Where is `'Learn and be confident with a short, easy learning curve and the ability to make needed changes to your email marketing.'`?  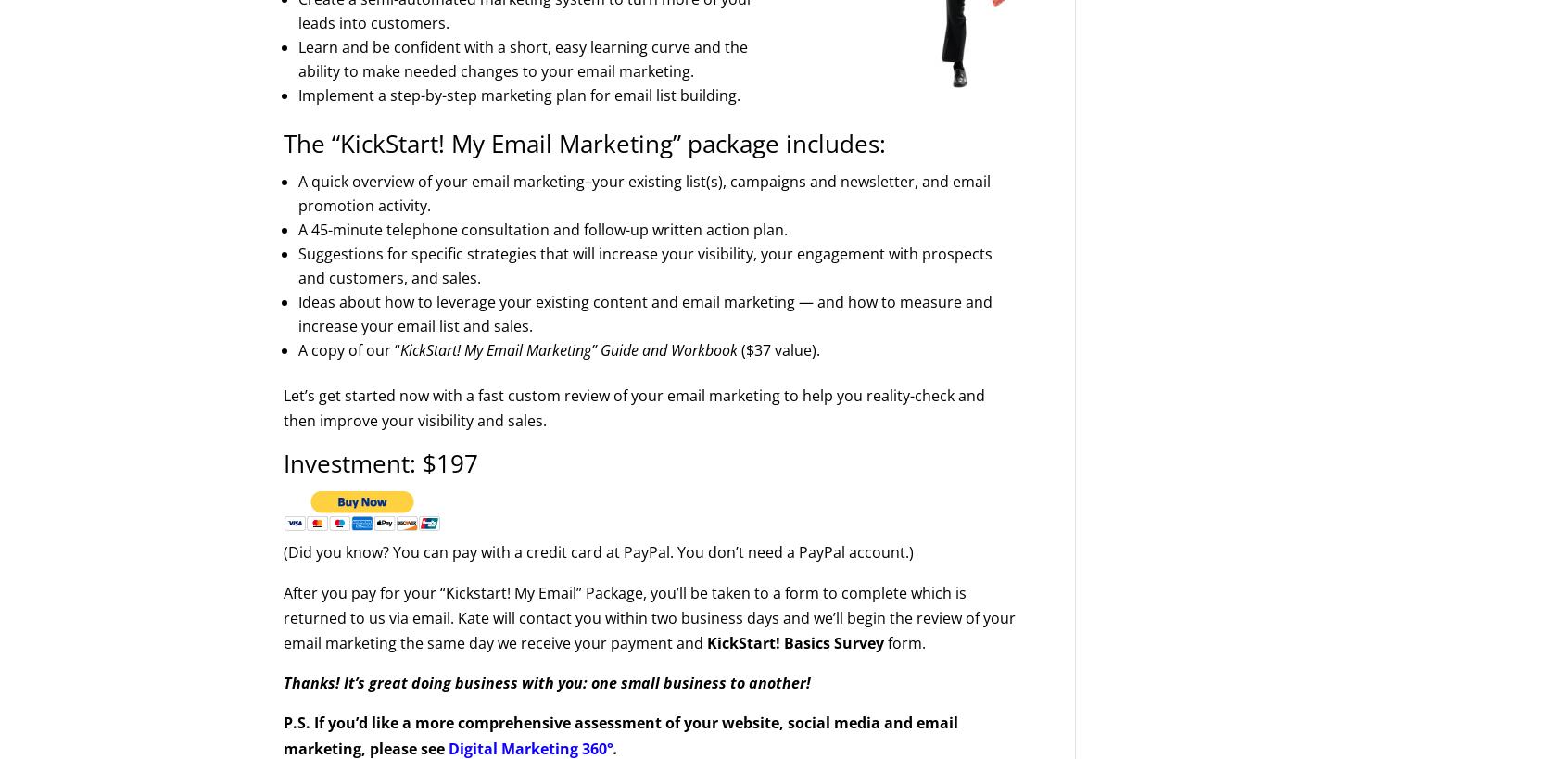 'Learn and be confident with a short, easy learning curve and the ability to make needed changes to your email marketing.' is located at coordinates (523, 58).